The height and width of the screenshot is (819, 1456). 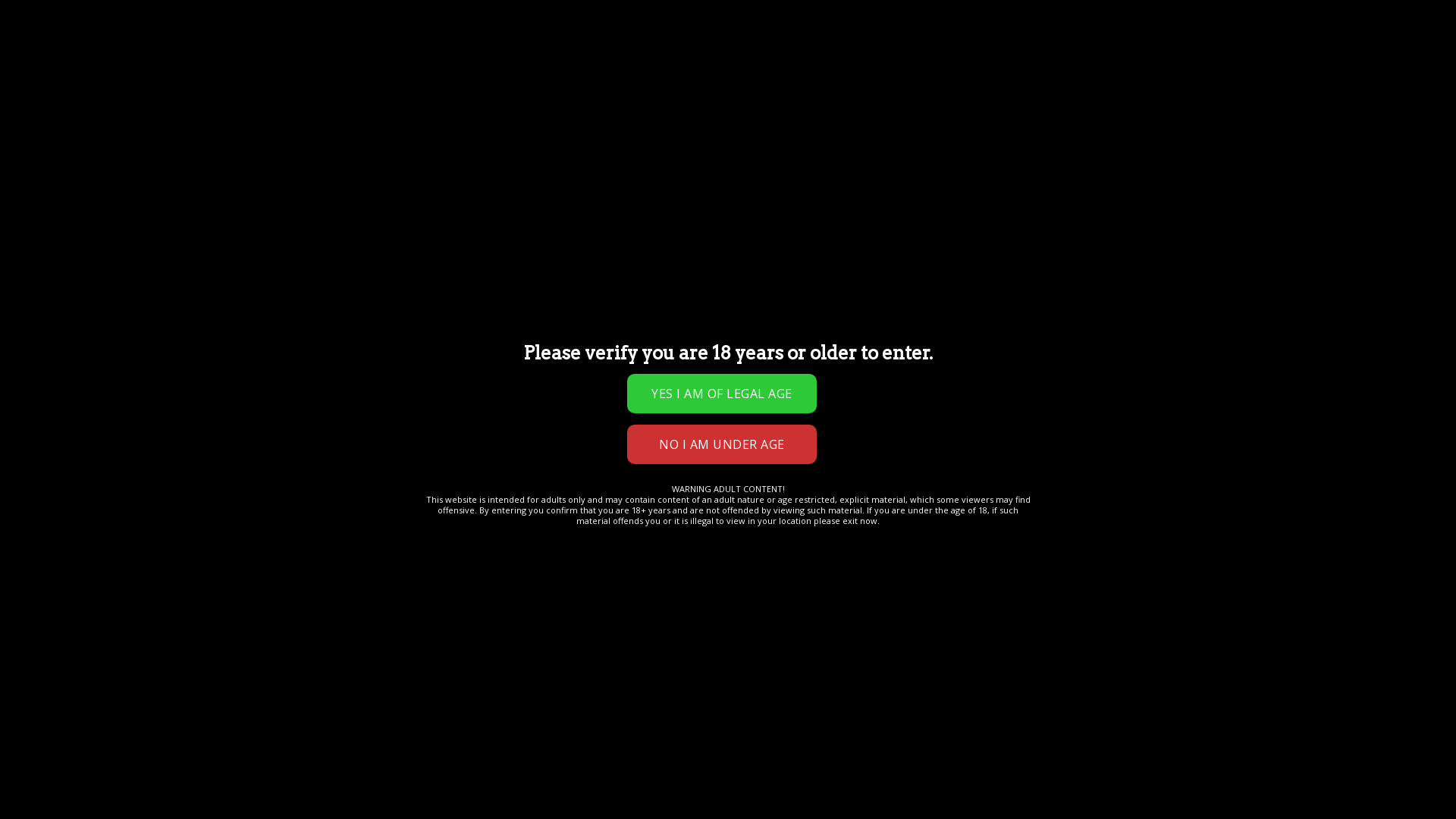 I want to click on 'DESCRIPTION', so click(x=78, y=551).